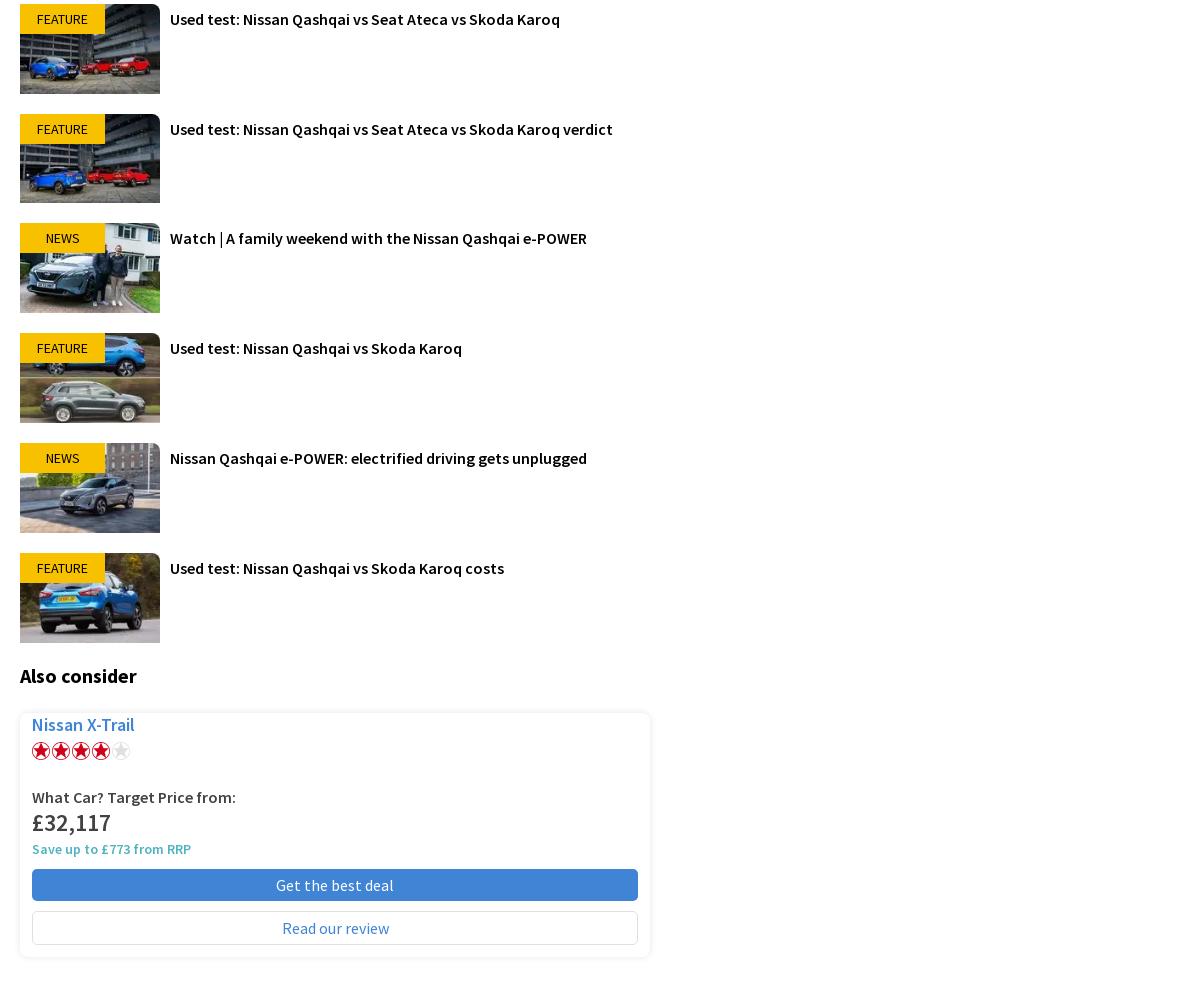 This screenshot has width=1191, height=991. Describe the element at coordinates (159, 847) in the screenshot. I see `'from RRP'` at that location.